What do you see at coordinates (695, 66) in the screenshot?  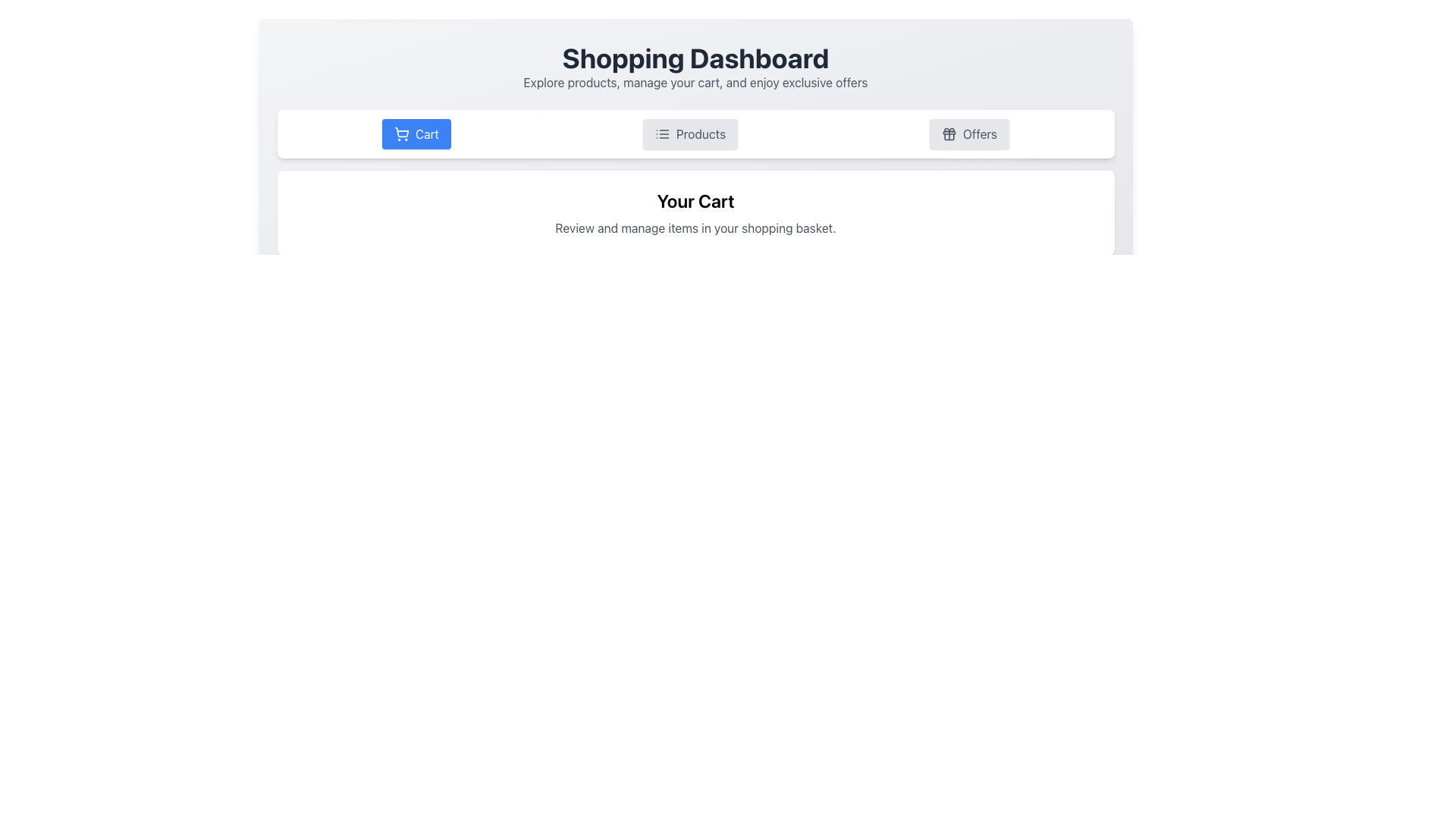 I see `the text block header that prominently states 'Shopping Dashboard' with subtext 'Explore products, manage your cart, and enjoy exclusive offers.'` at bounding box center [695, 66].